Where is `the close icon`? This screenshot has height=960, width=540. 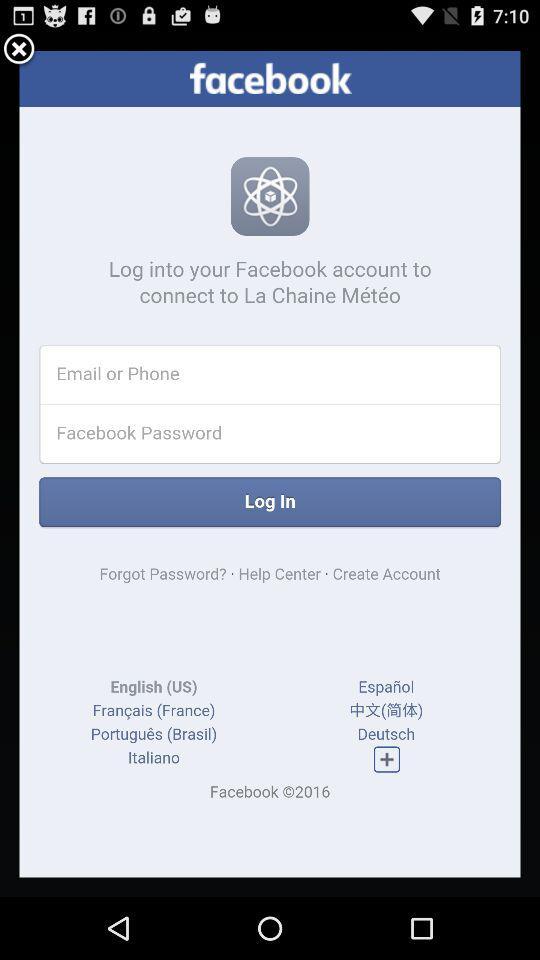
the close icon is located at coordinates (18, 53).